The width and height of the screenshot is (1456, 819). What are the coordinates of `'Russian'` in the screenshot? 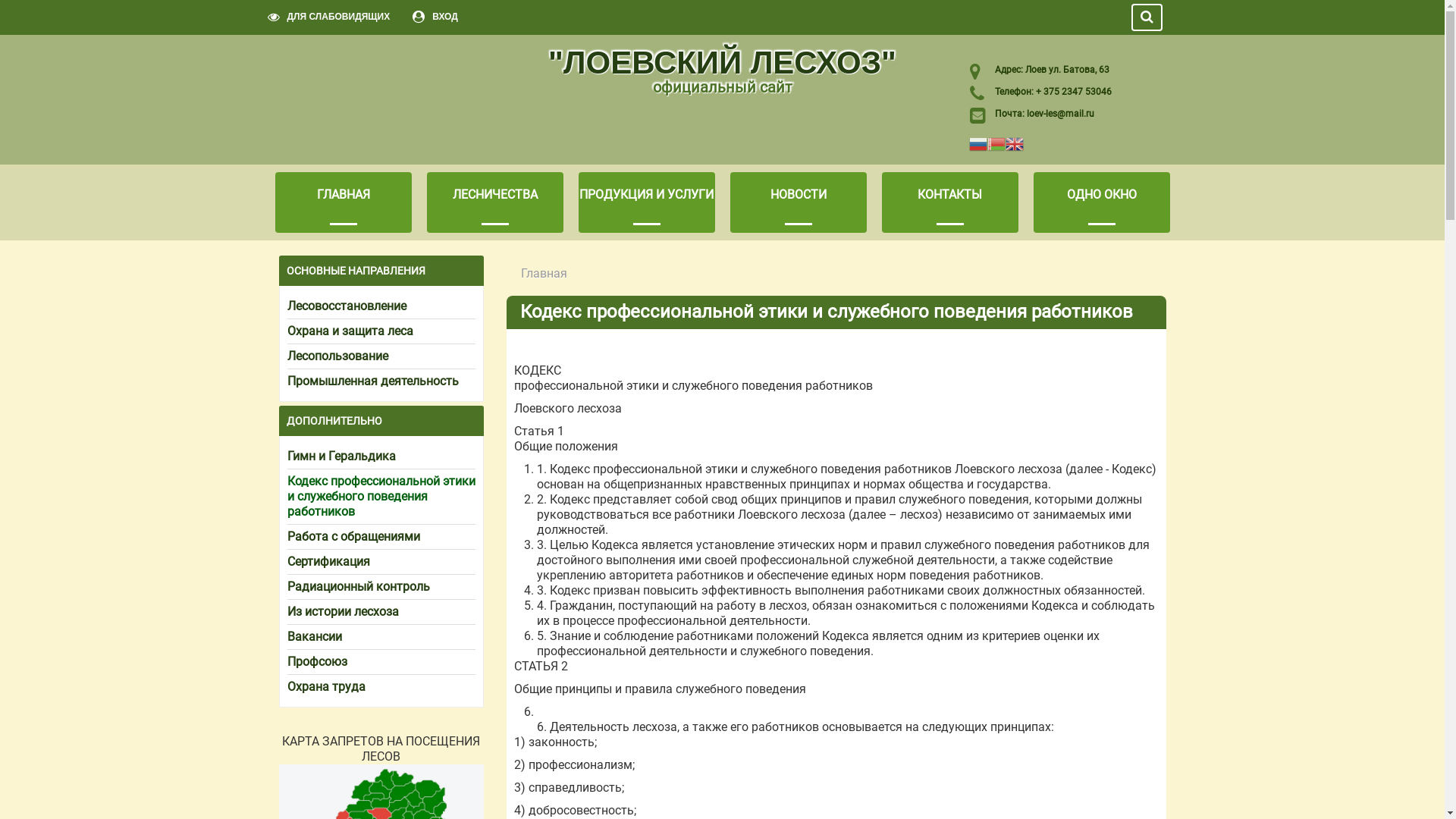 It's located at (978, 143).